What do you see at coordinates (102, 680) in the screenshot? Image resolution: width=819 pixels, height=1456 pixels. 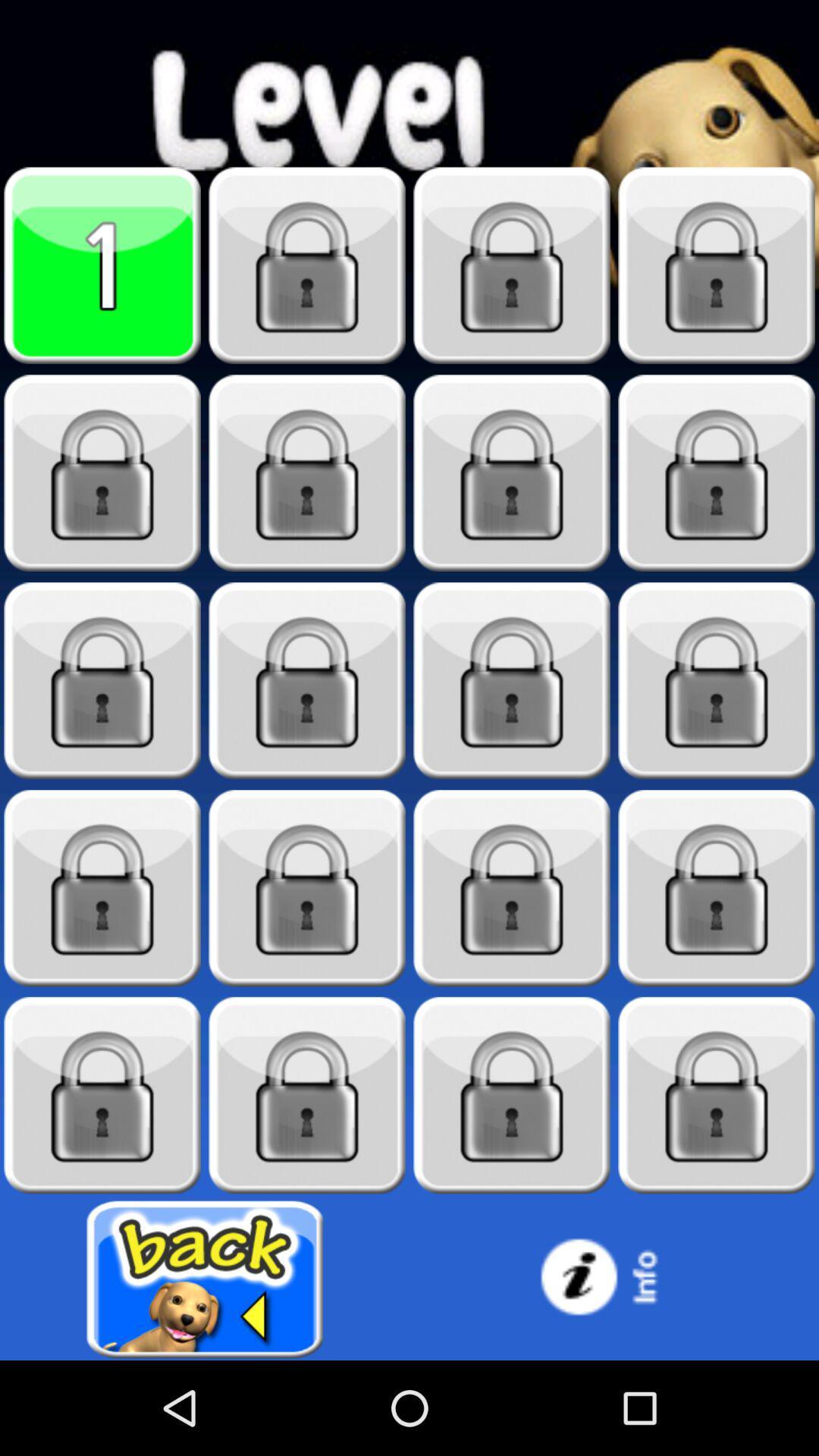 I see `locked level` at bounding box center [102, 680].